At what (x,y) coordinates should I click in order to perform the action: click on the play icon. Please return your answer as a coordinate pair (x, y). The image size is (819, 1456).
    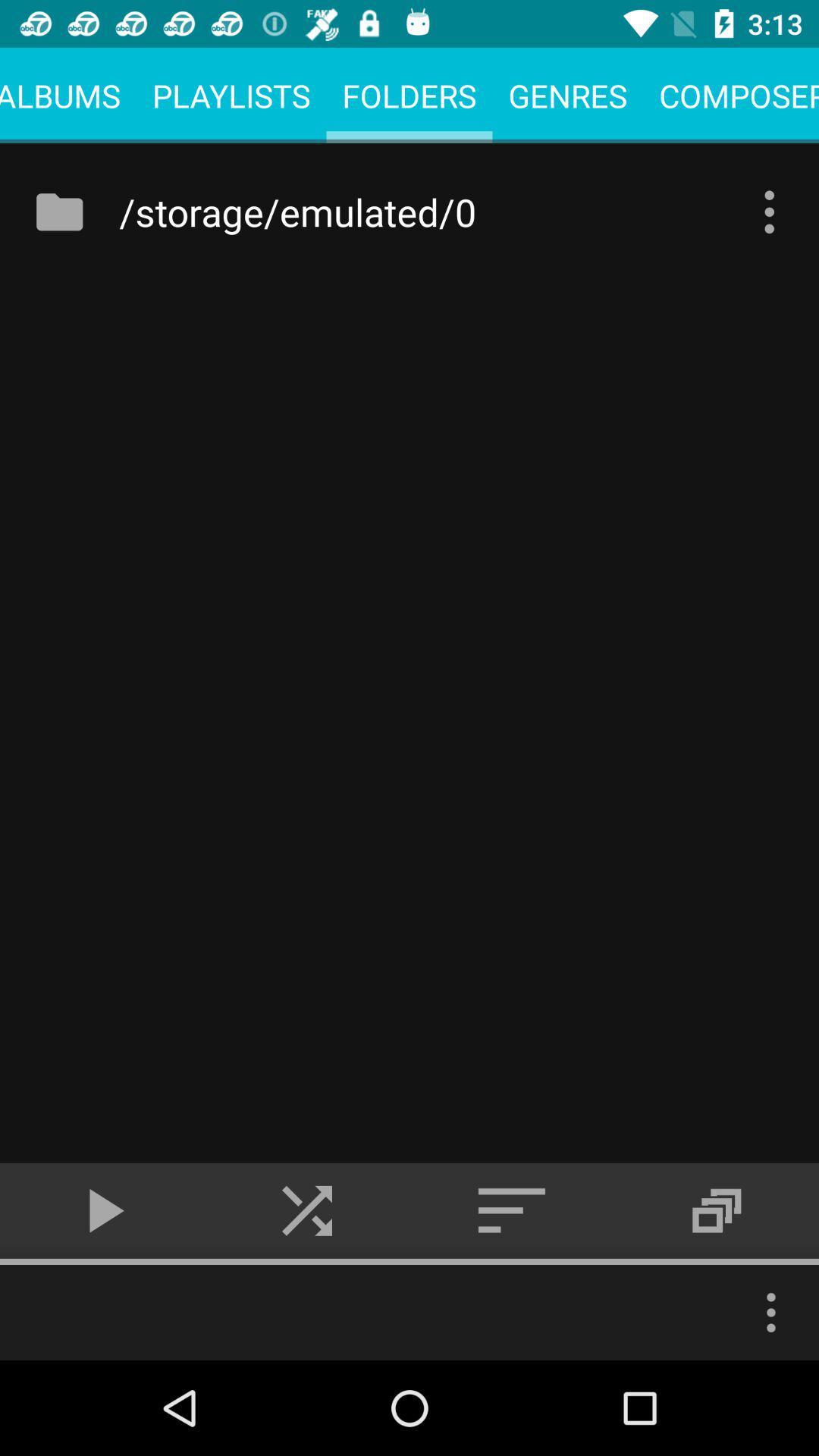
    Looking at the image, I should click on (102, 1210).